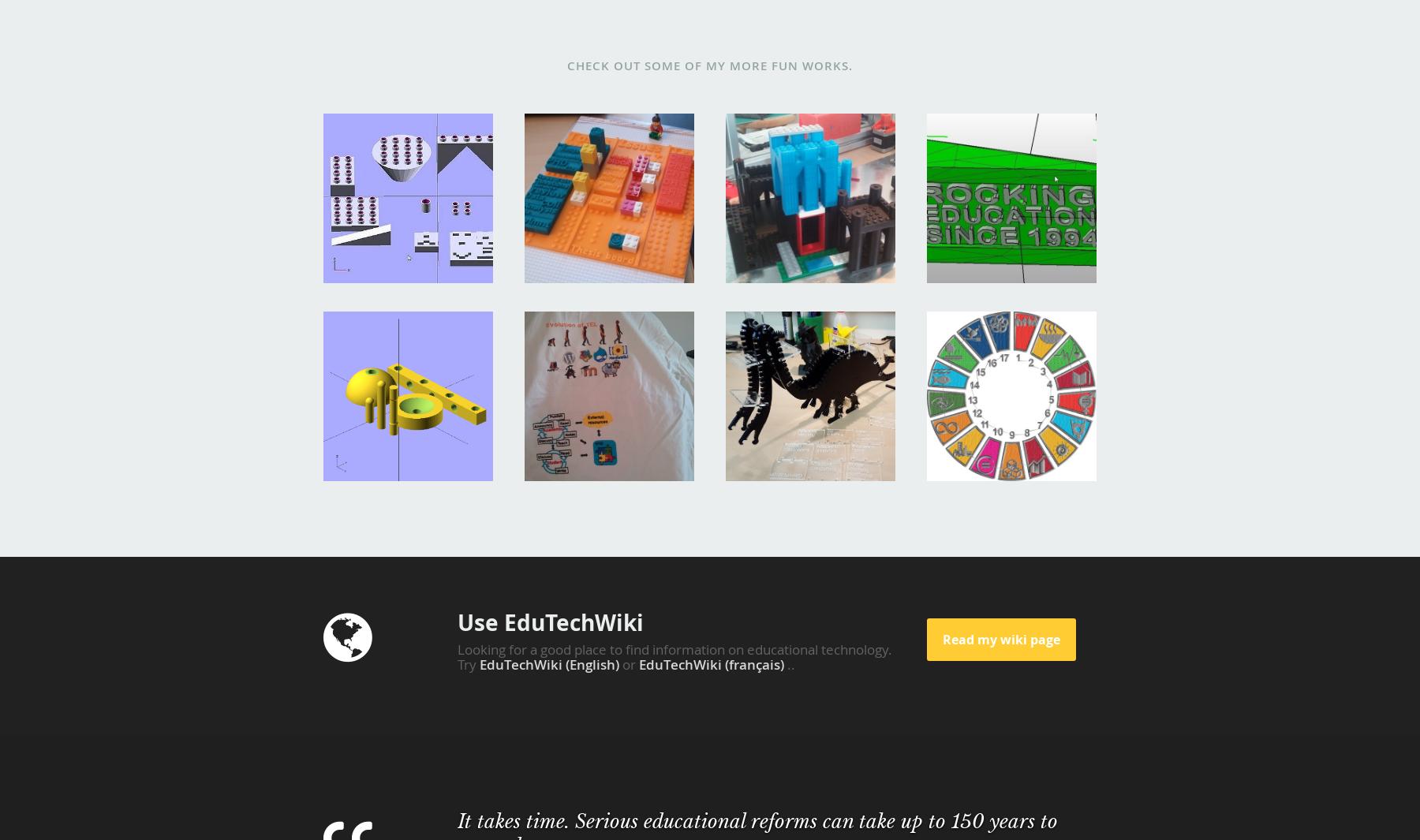  What do you see at coordinates (388, 134) in the screenshot?
I see `'Doblo/lugo factory'` at bounding box center [388, 134].